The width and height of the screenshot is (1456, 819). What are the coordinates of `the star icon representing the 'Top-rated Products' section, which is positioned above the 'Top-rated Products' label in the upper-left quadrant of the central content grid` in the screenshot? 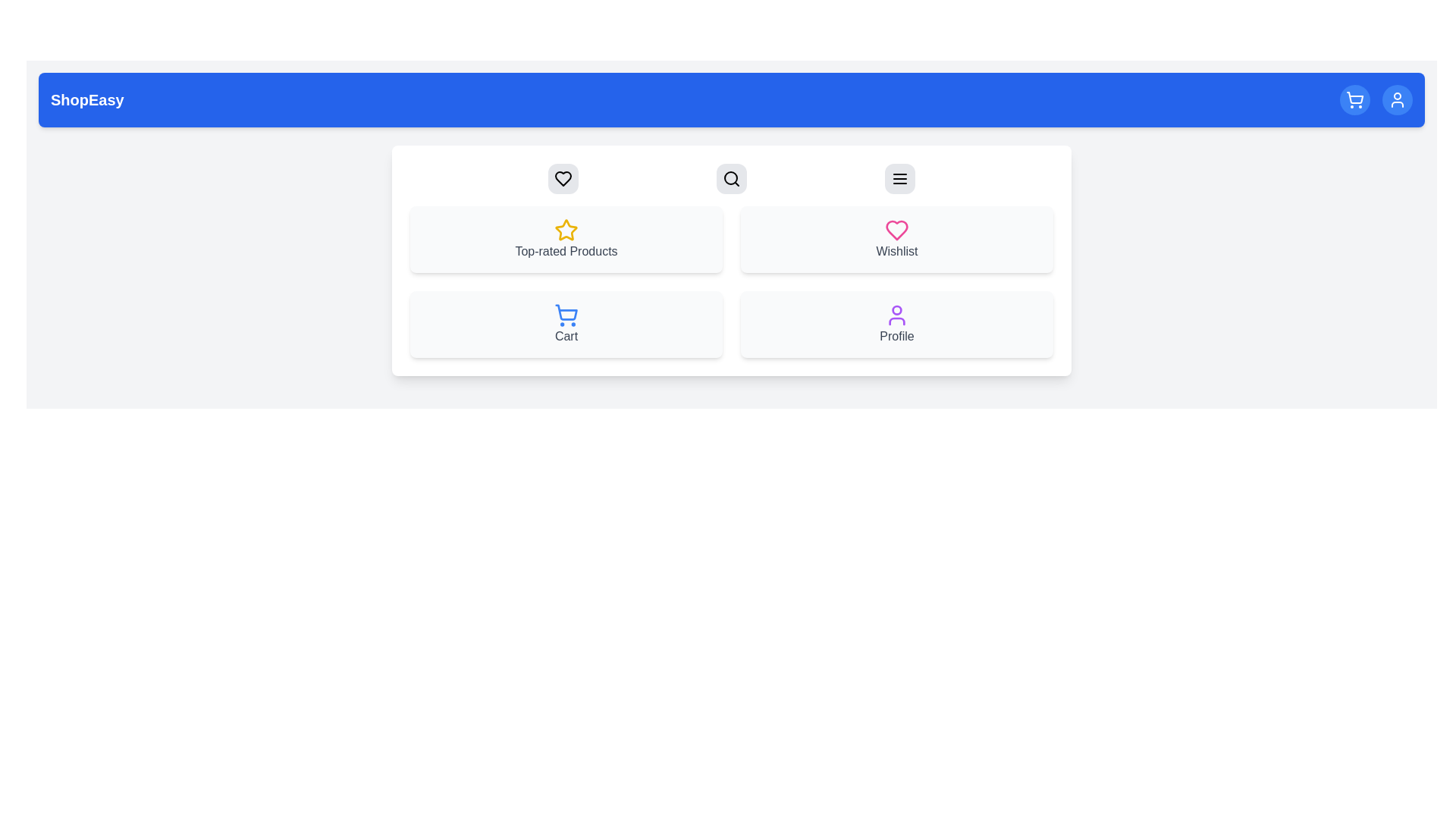 It's located at (566, 230).